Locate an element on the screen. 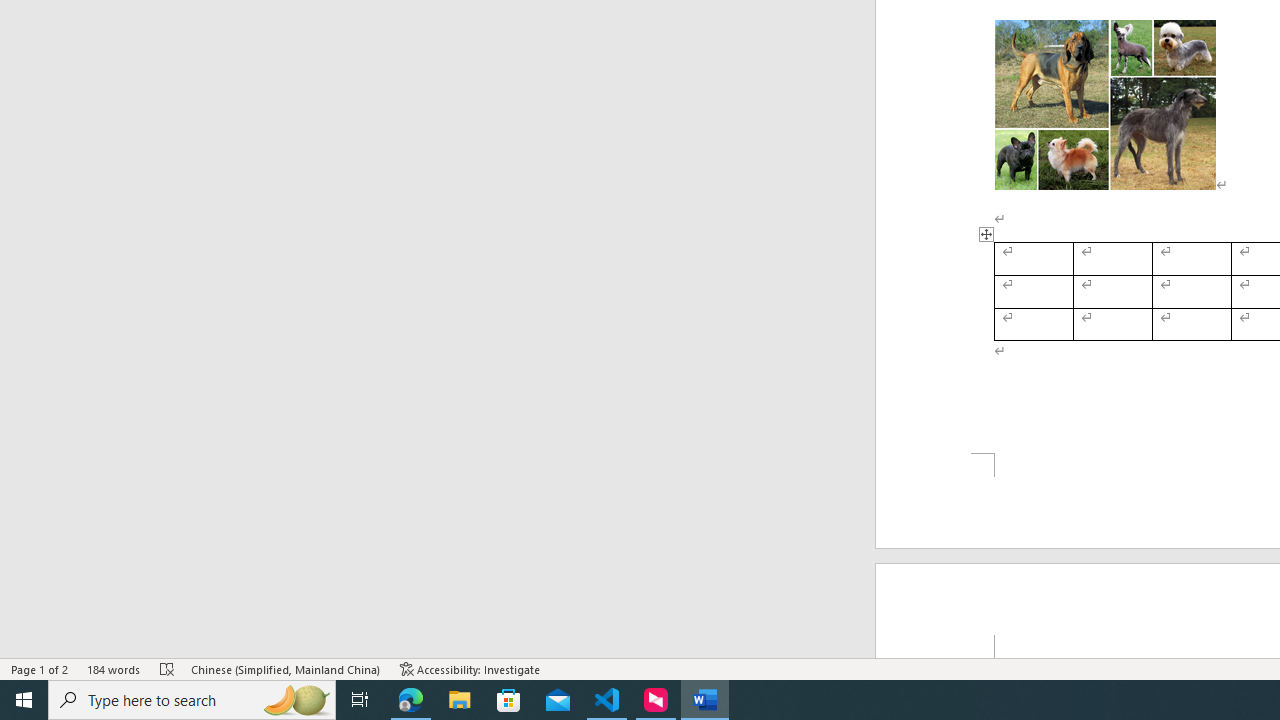 The height and width of the screenshot is (720, 1280). 'Task View' is located at coordinates (359, 698).